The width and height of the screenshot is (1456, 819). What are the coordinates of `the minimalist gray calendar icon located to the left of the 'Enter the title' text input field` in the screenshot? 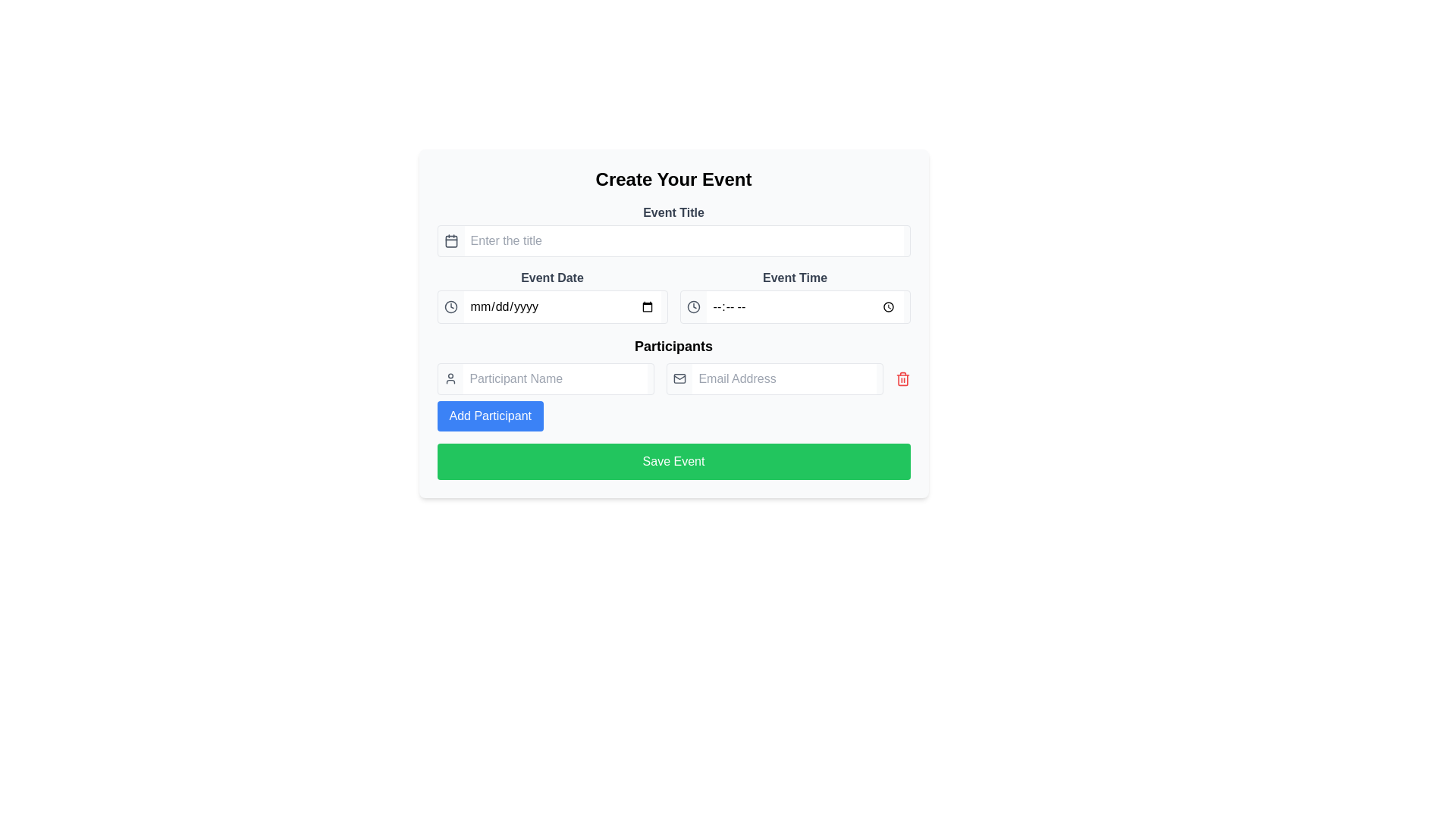 It's located at (450, 240).